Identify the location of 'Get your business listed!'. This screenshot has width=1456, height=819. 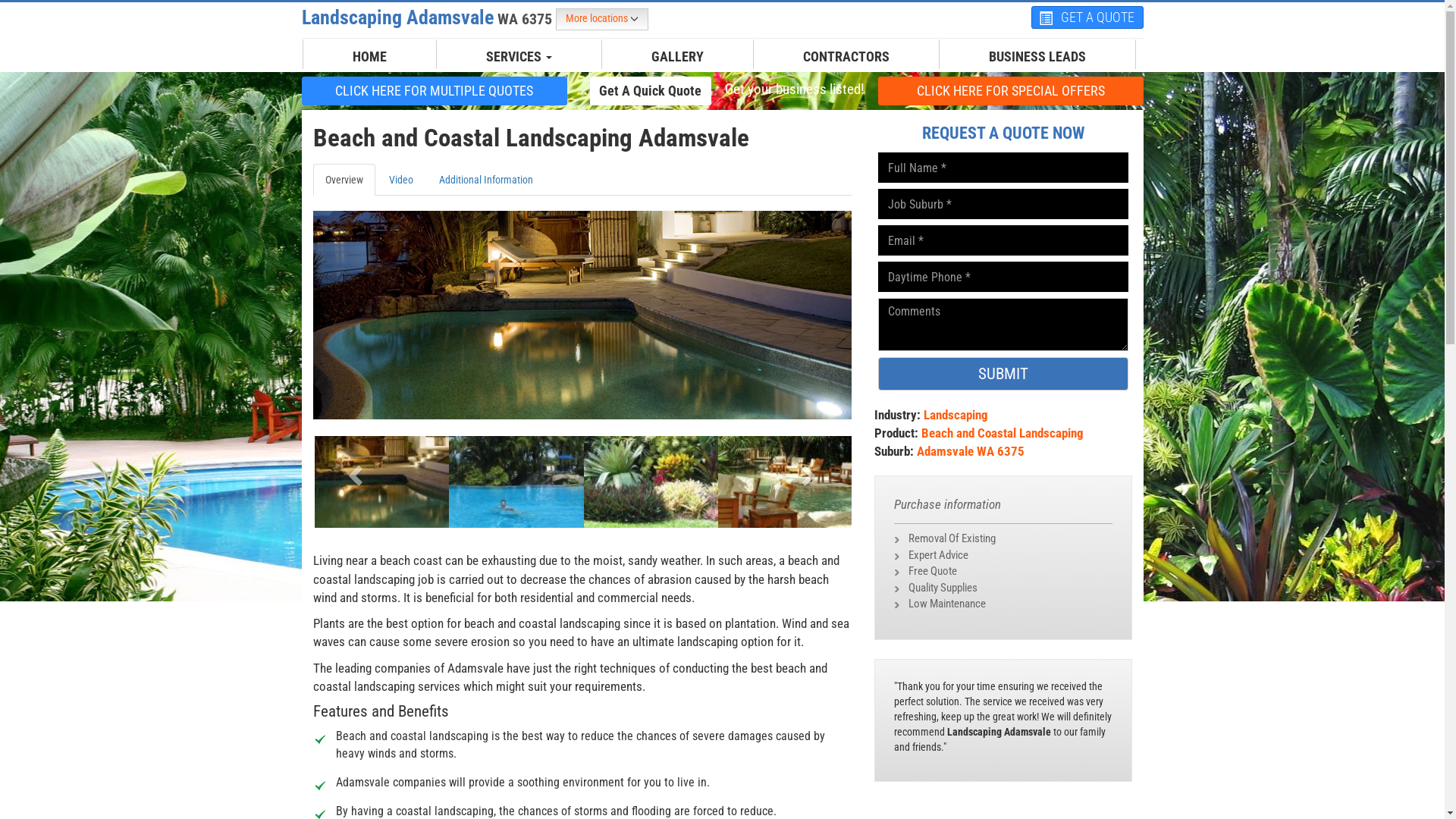
(792, 89).